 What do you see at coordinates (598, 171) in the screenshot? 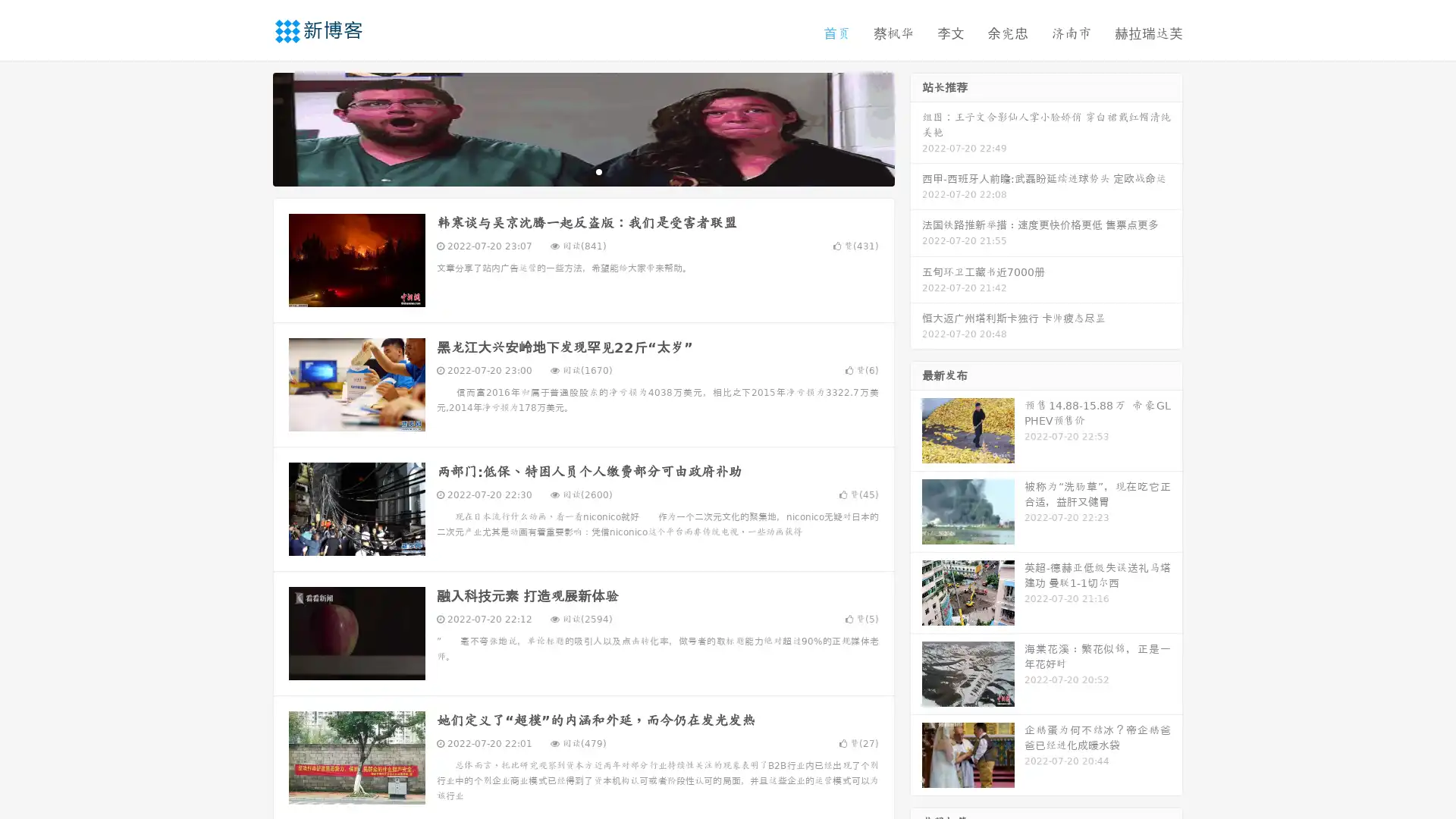
I see `Go to slide 3` at bounding box center [598, 171].